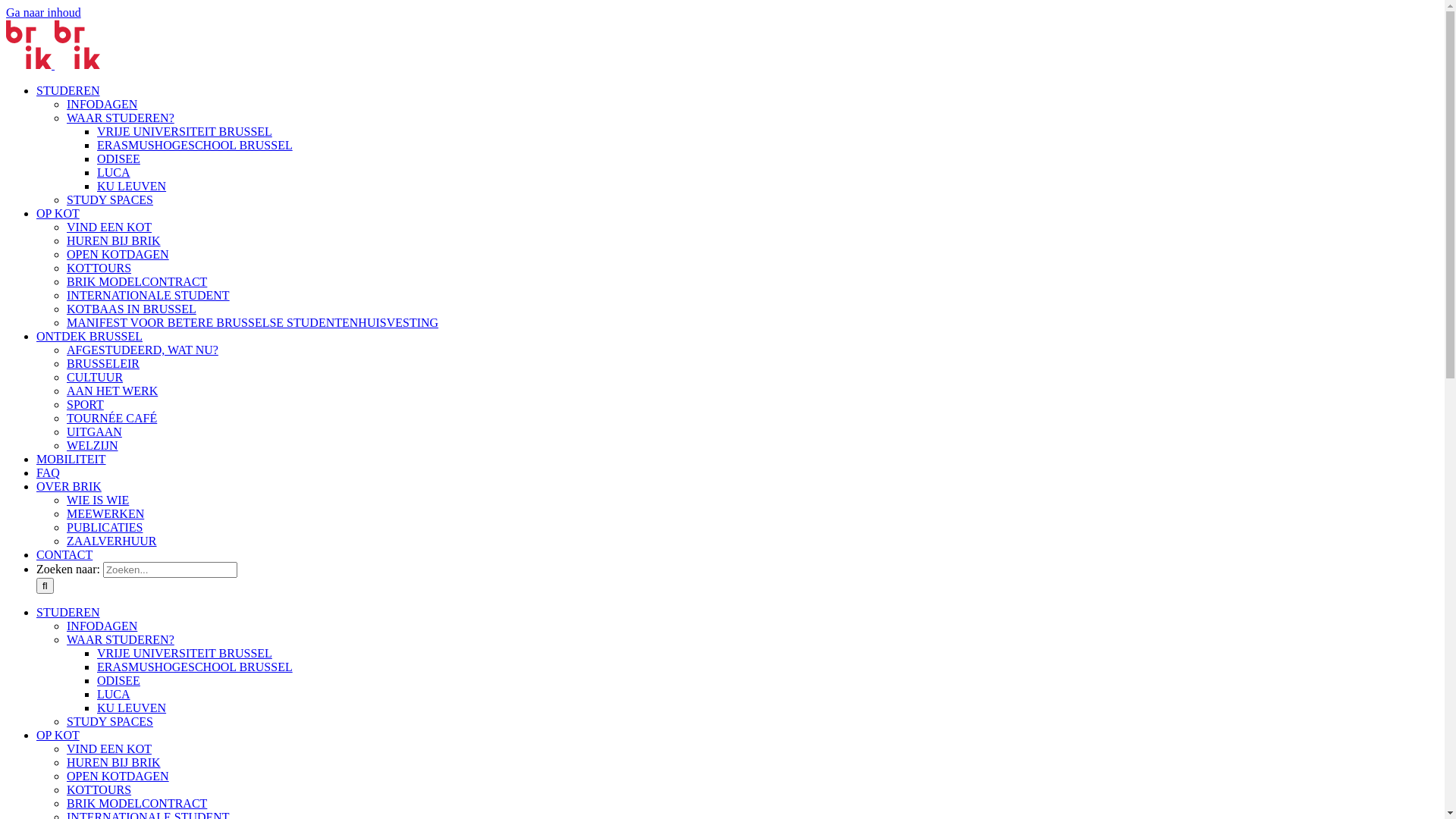 This screenshot has height=819, width=1456. I want to click on 'STUDEREN', so click(36, 611).